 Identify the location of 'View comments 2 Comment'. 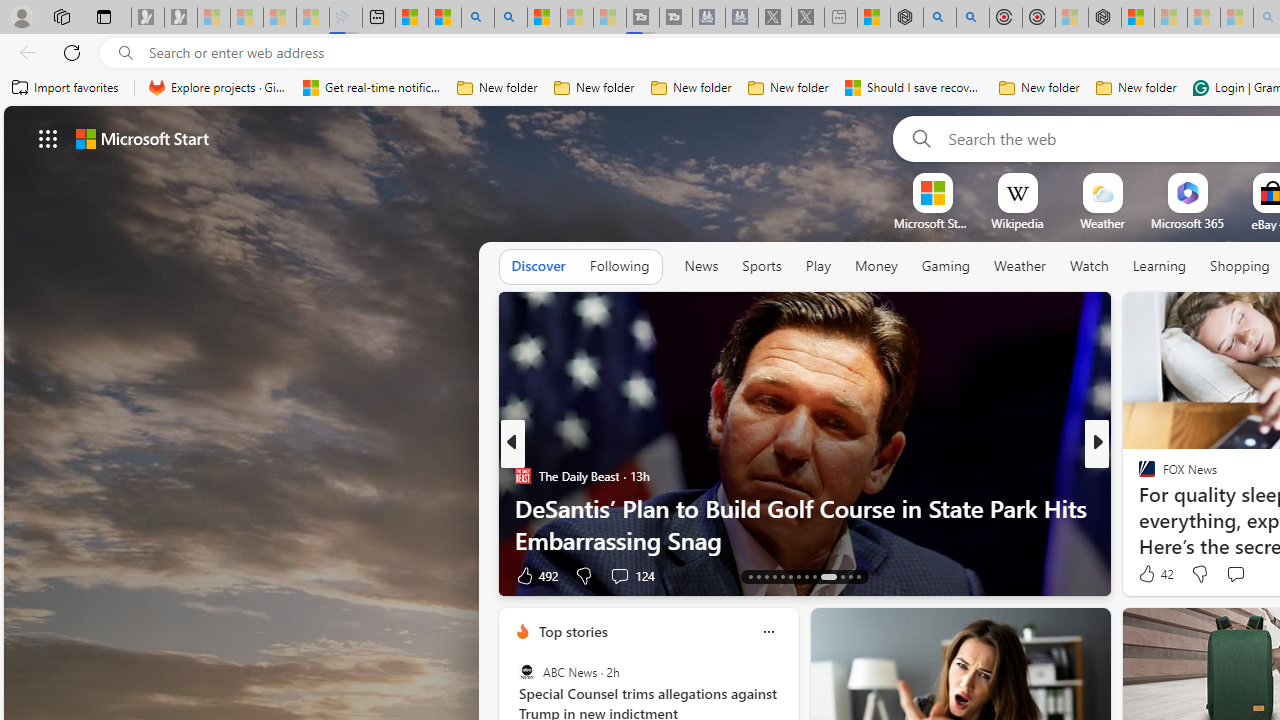
(1234, 575).